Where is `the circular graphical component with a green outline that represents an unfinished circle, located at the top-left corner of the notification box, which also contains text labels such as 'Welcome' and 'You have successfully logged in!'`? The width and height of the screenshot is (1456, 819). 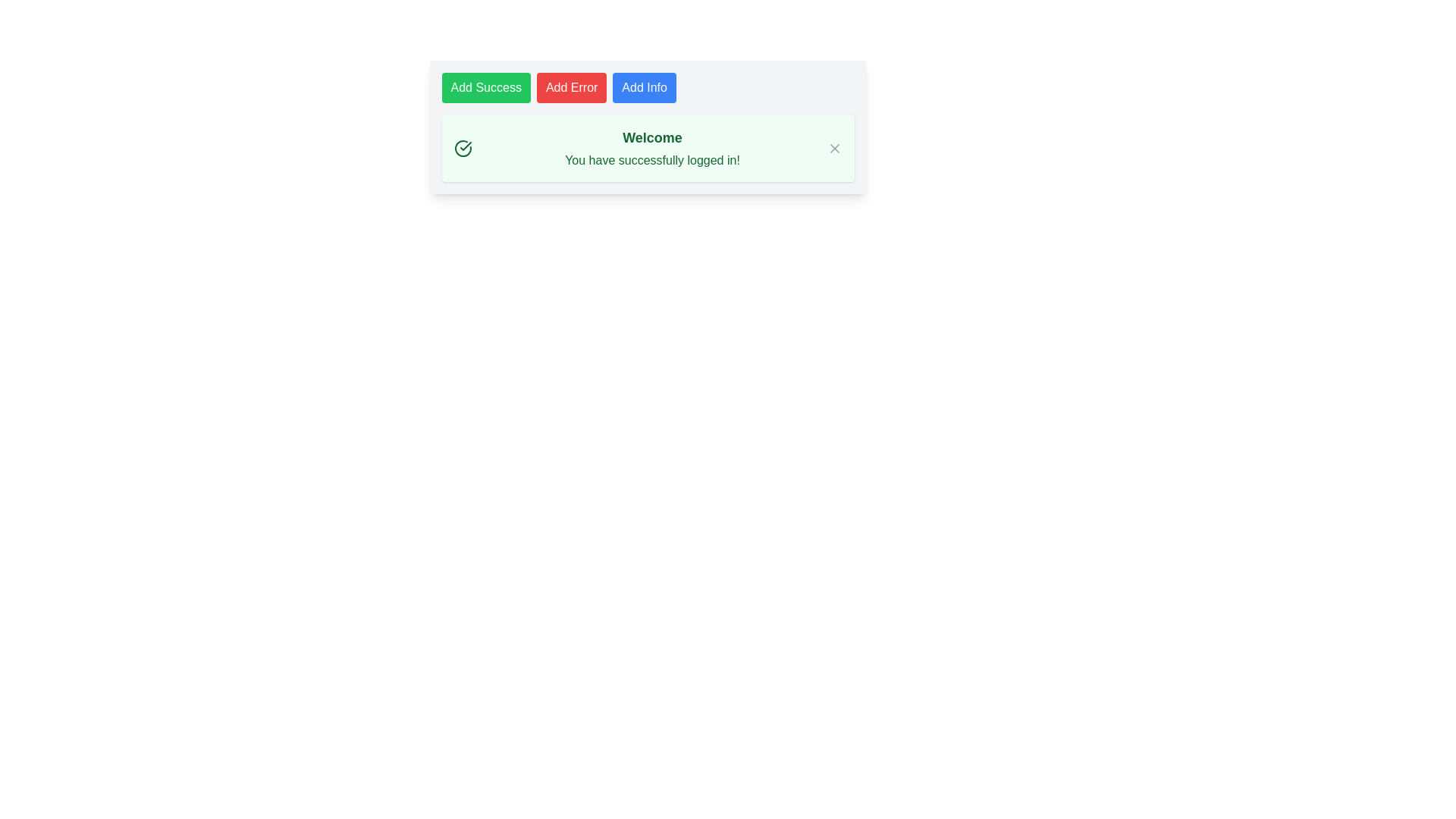 the circular graphical component with a green outline that represents an unfinished circle, located at the top-left corner of the notification box, which also contains text labels such as 'Welcome' and 'You have successfully logged in!' is located at coordinates (462, 149).